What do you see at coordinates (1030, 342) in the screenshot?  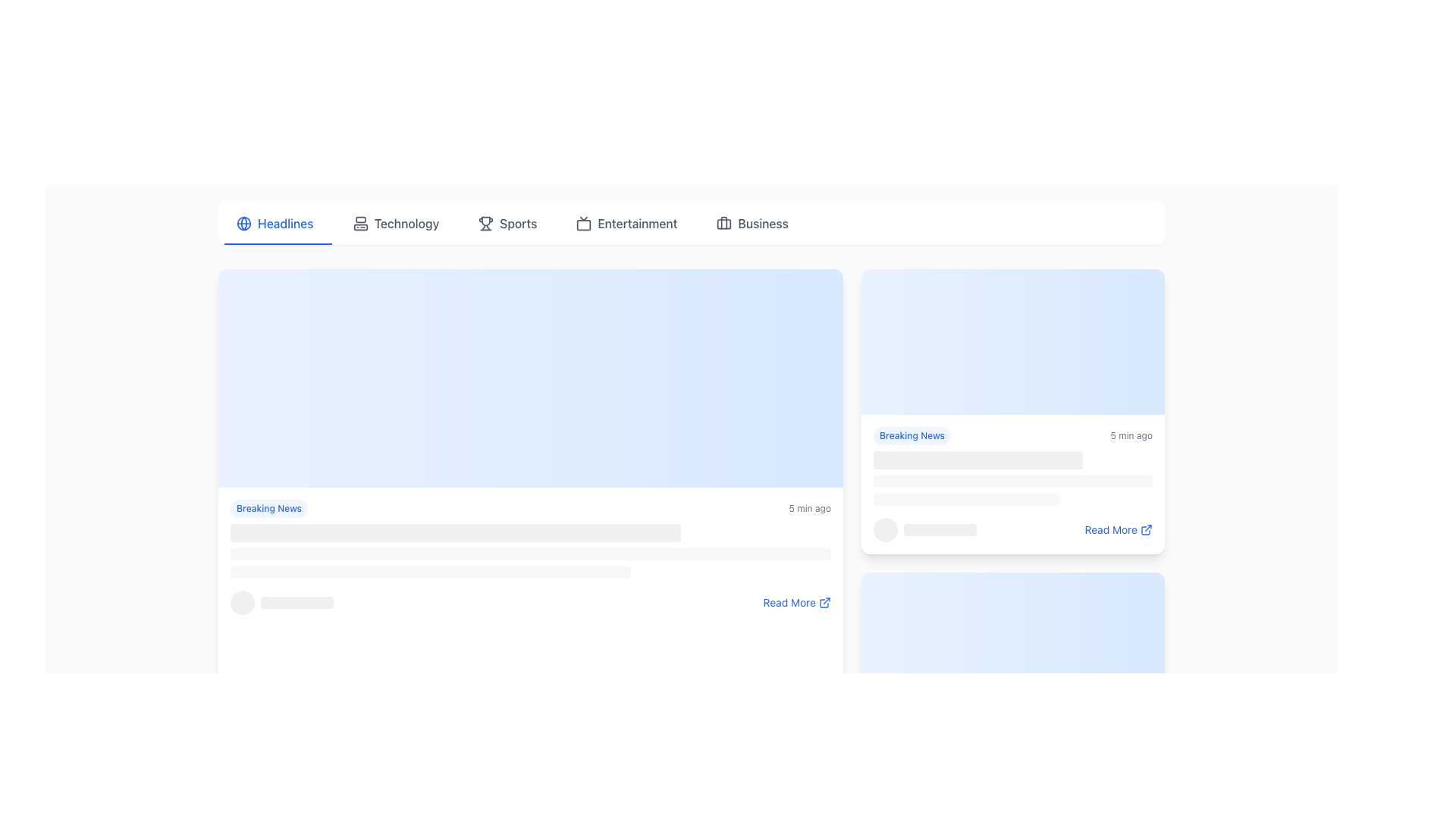 I see `the share action button located in the top-right quadrant of the secondary content card` at bounding box center [1030, 342].